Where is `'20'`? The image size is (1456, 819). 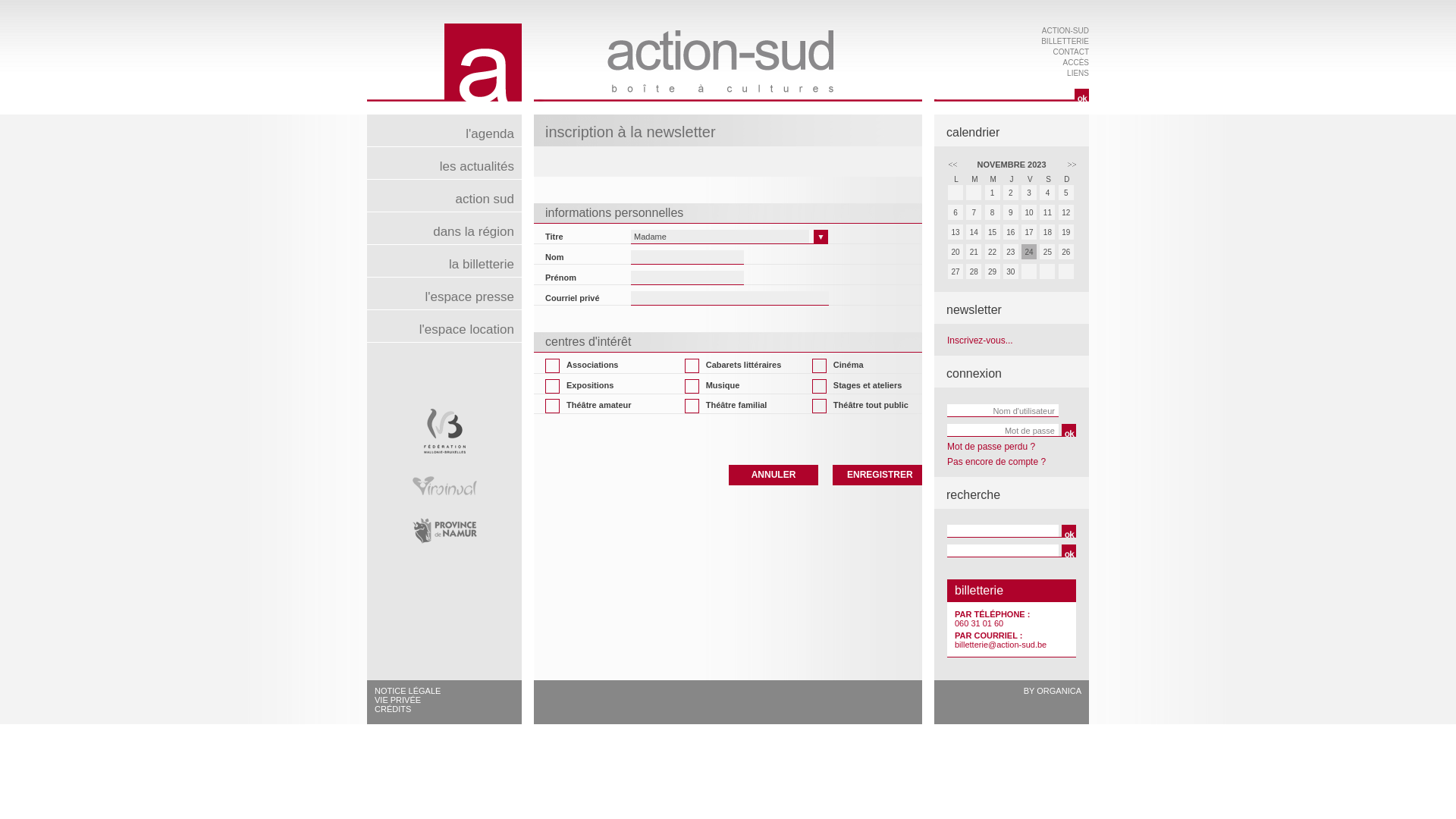
'20' is located at coordinates (946, 253).